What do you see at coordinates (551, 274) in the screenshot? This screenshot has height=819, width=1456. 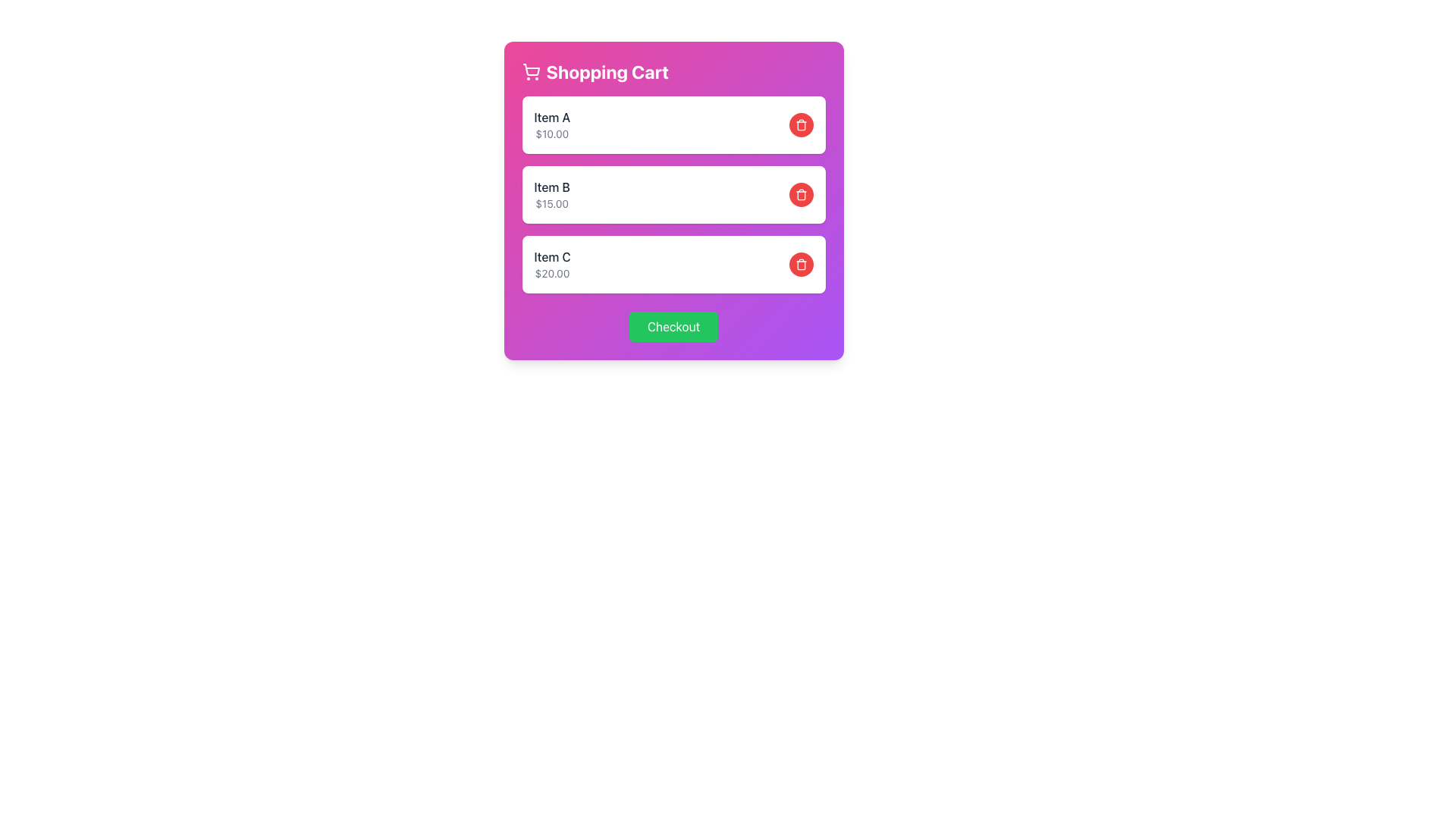 I see `the static text label displaying the price of 'Item C' in the shopping cart, located below the 'Item C' label and to the left of the trash icon button` at bounding box center [551, 274].